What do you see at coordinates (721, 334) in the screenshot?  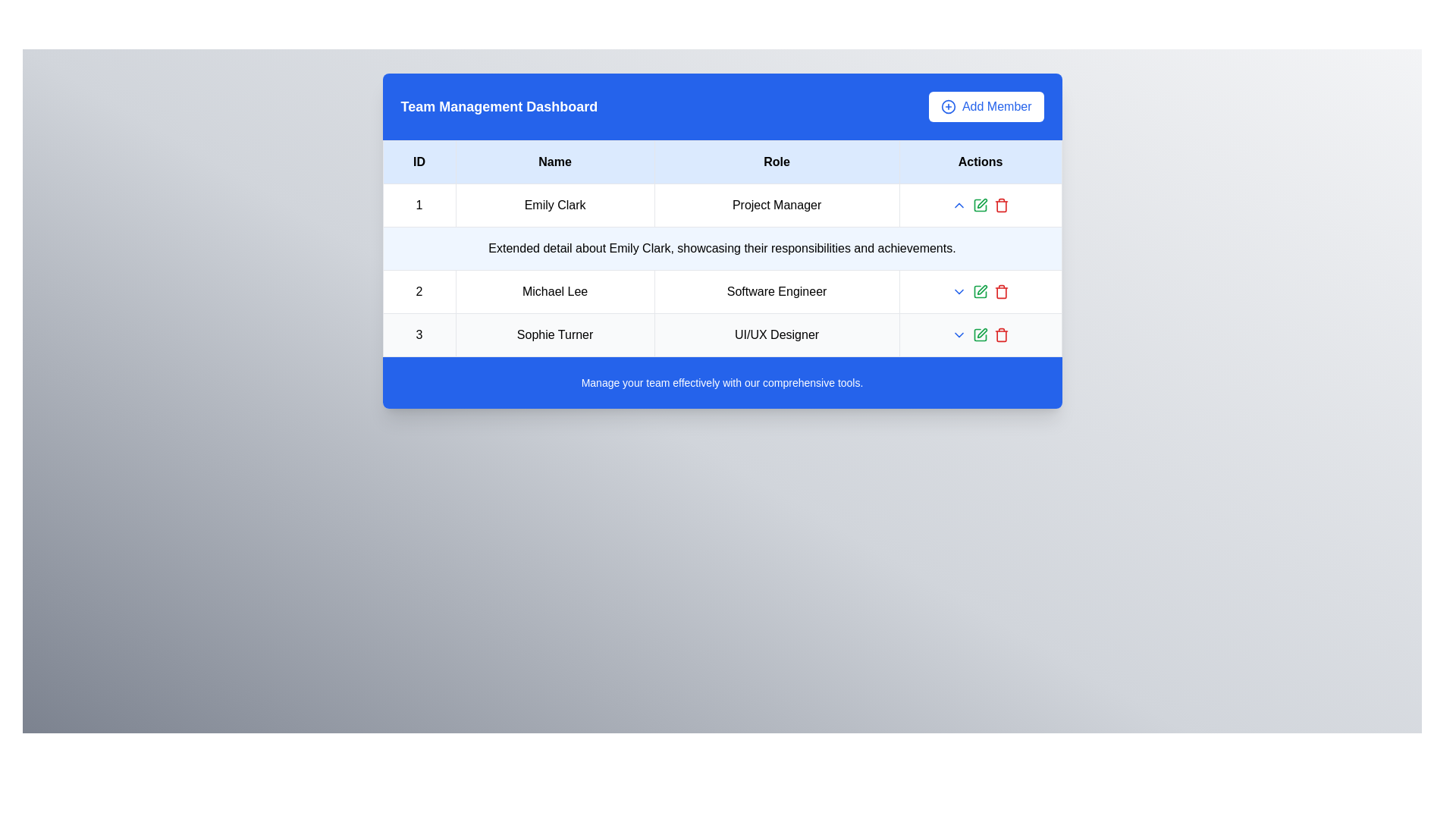 I see `information displayed in the table row for 'Sophie Turner', which includes the ID '3', the name 'Sophie Turner', and the role 'UI/UX Designer'` at bounding box center [721, 334].